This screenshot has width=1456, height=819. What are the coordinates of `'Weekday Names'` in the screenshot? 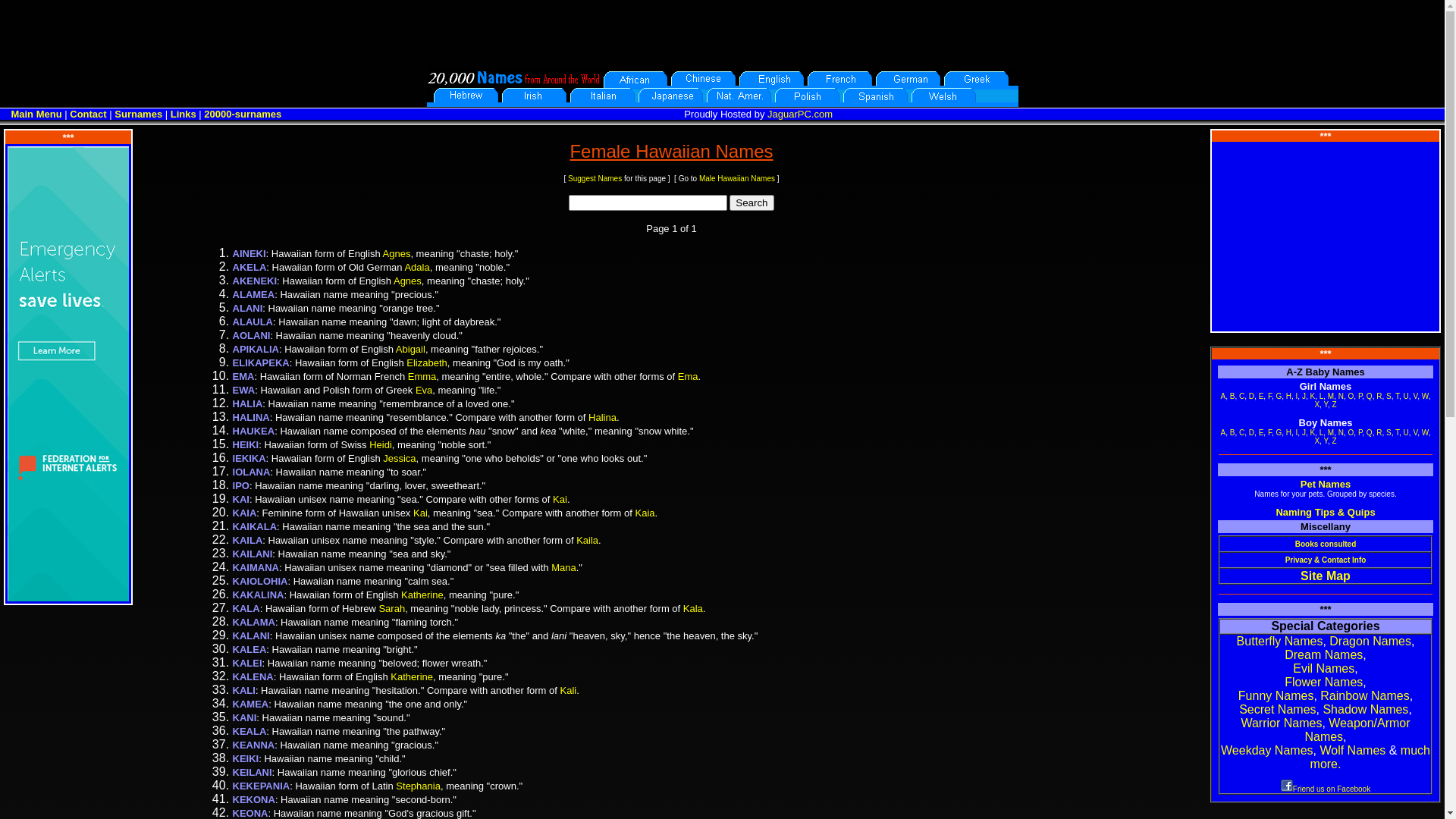 It's located at (1266, 749).